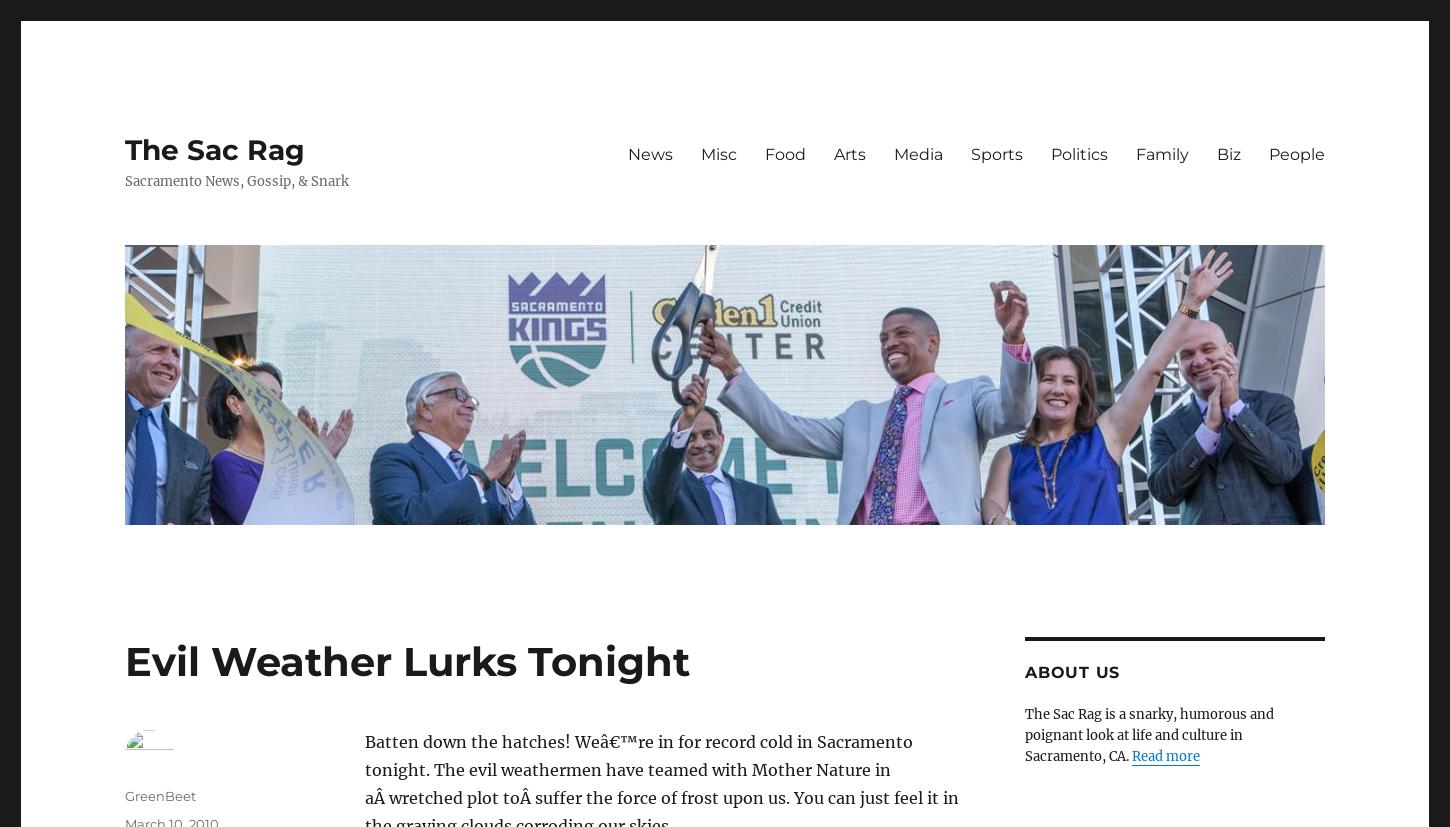  I want to click on 'Arts', so click(834, 153).